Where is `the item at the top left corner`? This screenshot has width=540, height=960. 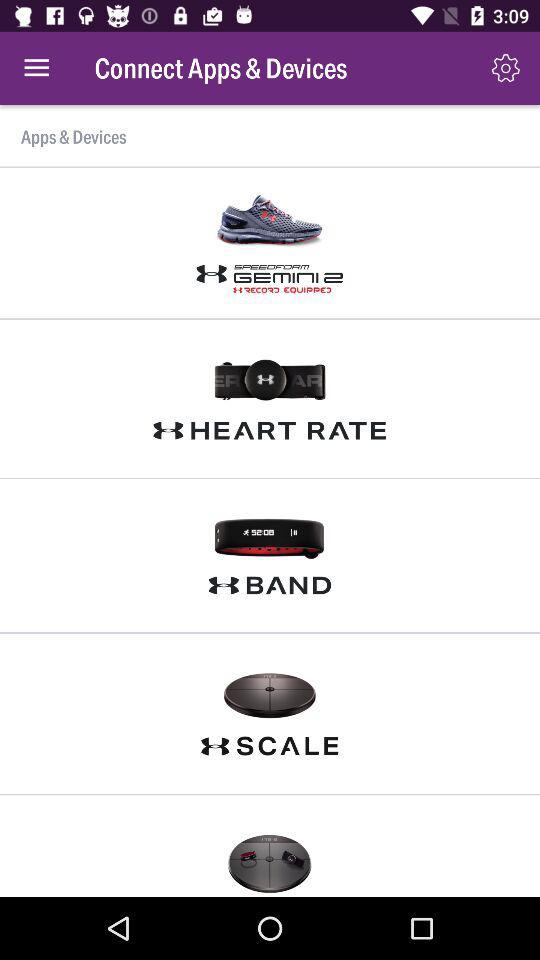
the item at the top left corner is located at coordinates (36, 68).